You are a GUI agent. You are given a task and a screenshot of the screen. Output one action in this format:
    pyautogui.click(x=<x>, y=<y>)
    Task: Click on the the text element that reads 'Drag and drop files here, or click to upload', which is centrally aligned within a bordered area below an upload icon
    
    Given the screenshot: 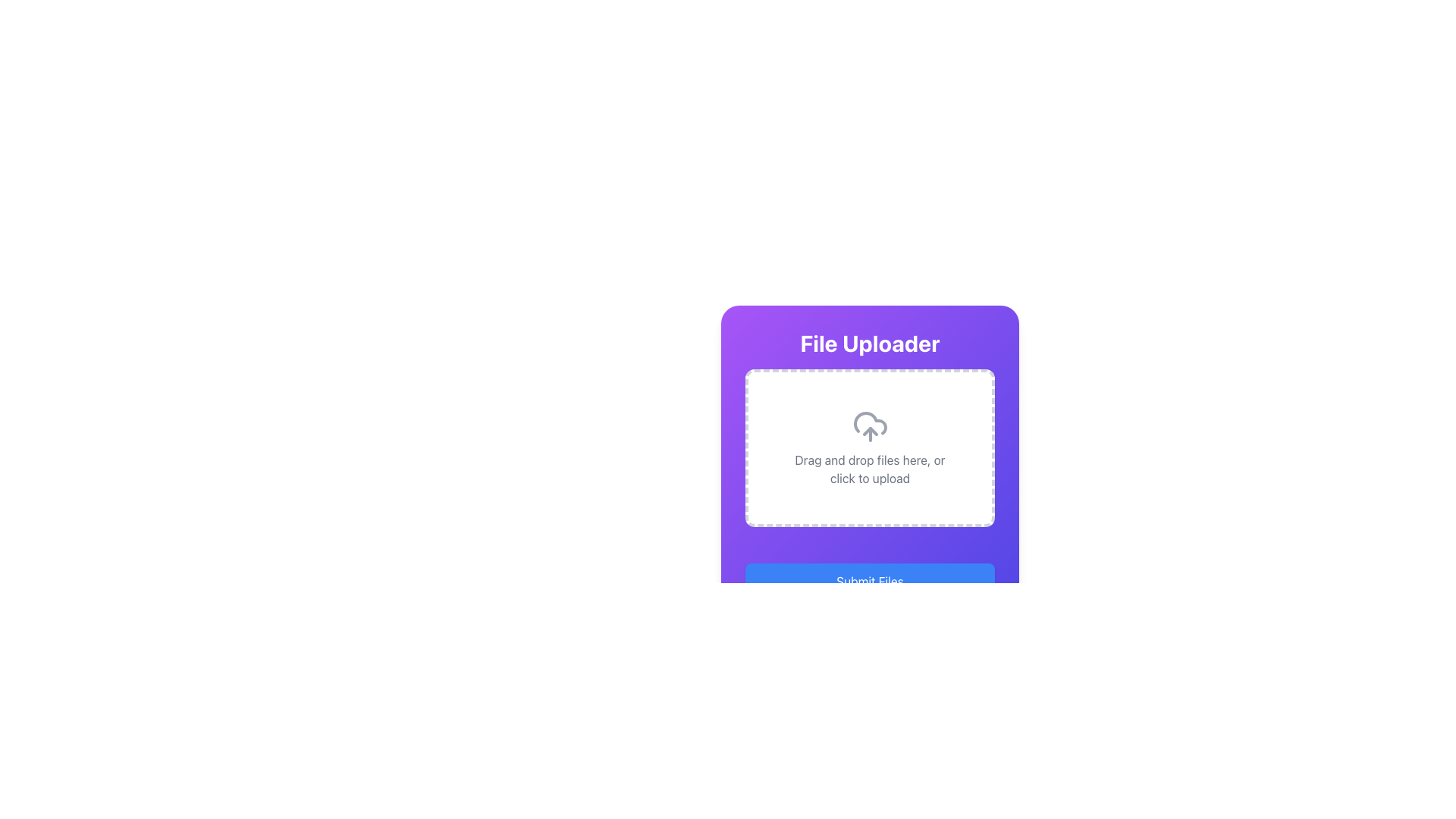 What is the action you would take?
    pyautogui.click(x=870, y=468)
    